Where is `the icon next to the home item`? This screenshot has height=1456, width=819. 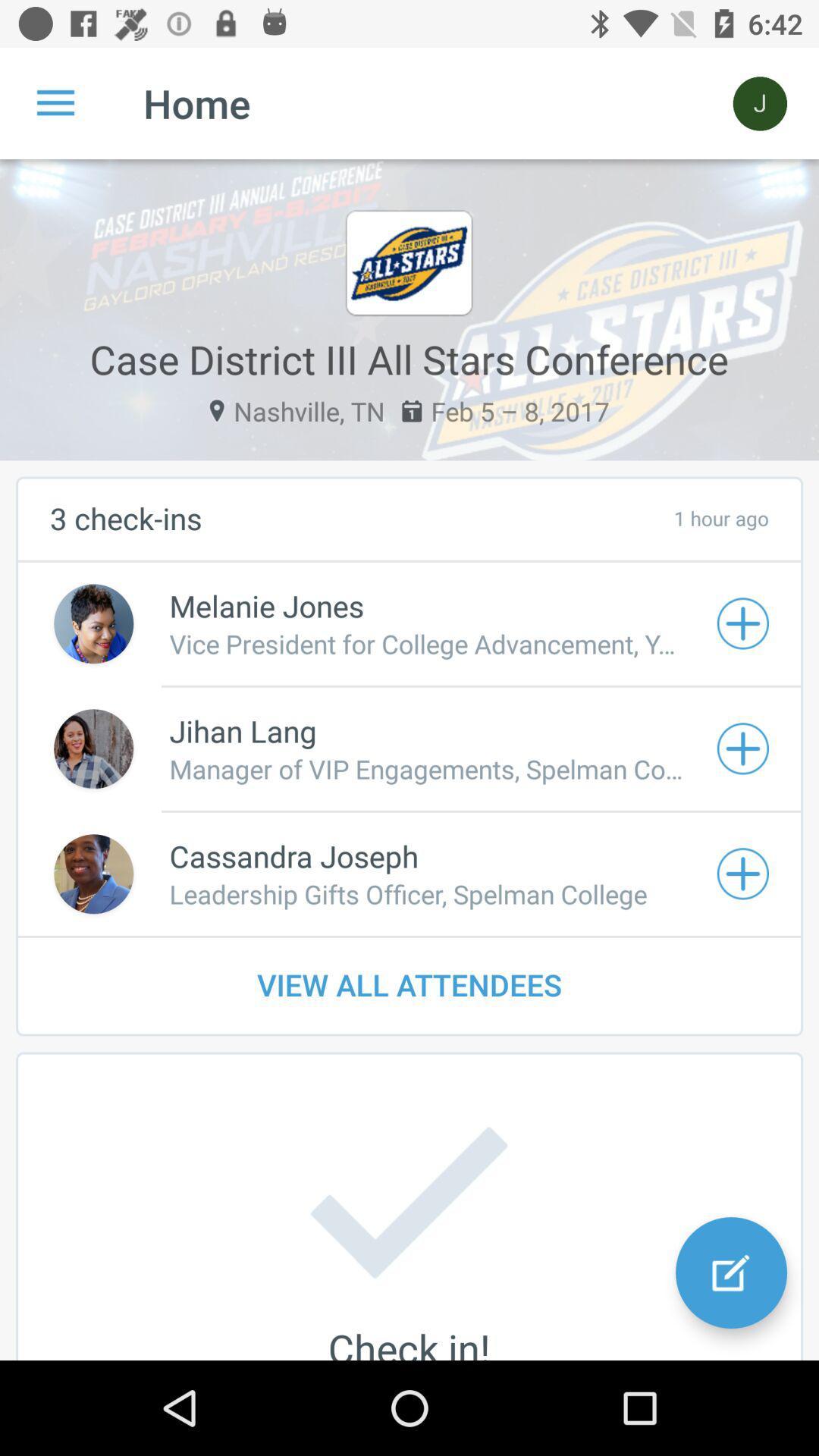
the icon next to the home item is located at coordinates (760, 102).